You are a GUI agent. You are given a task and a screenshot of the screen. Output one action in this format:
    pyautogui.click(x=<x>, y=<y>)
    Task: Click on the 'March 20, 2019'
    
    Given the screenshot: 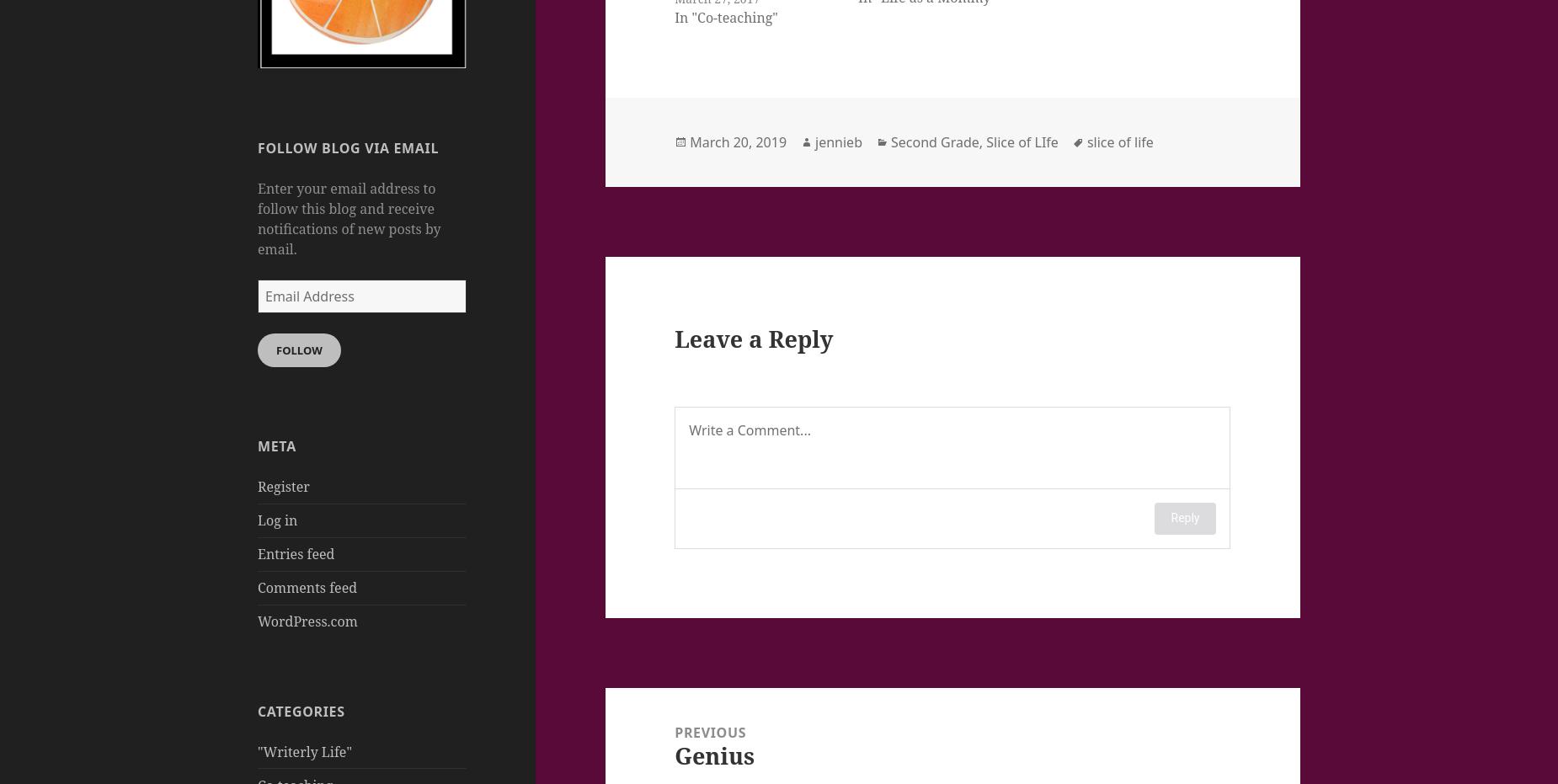 What is the action you would take?
    pyautogui.click(x=738, y=141)
    